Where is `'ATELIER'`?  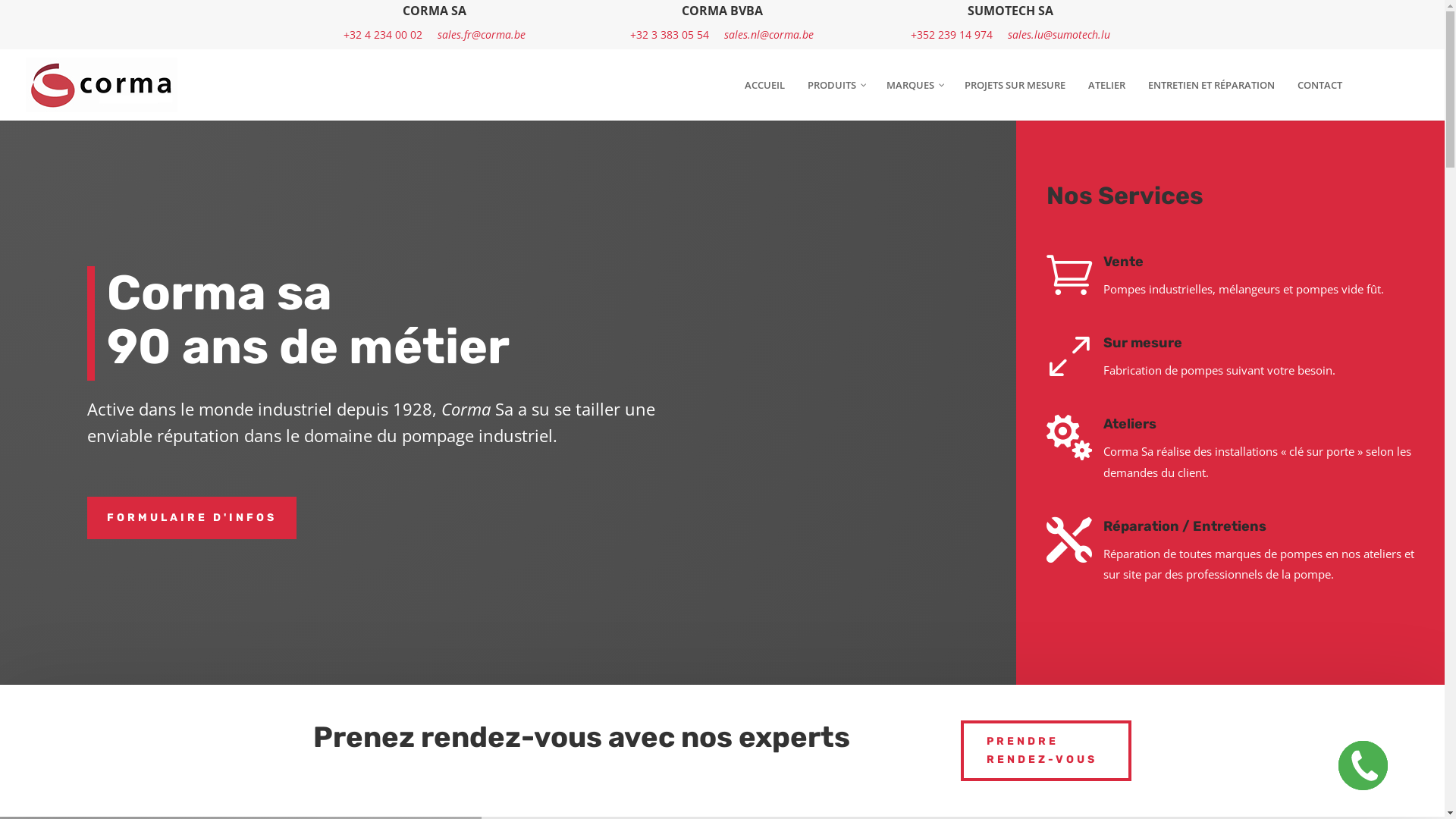
'ATELIER' is located at coordinates (1106, 97).